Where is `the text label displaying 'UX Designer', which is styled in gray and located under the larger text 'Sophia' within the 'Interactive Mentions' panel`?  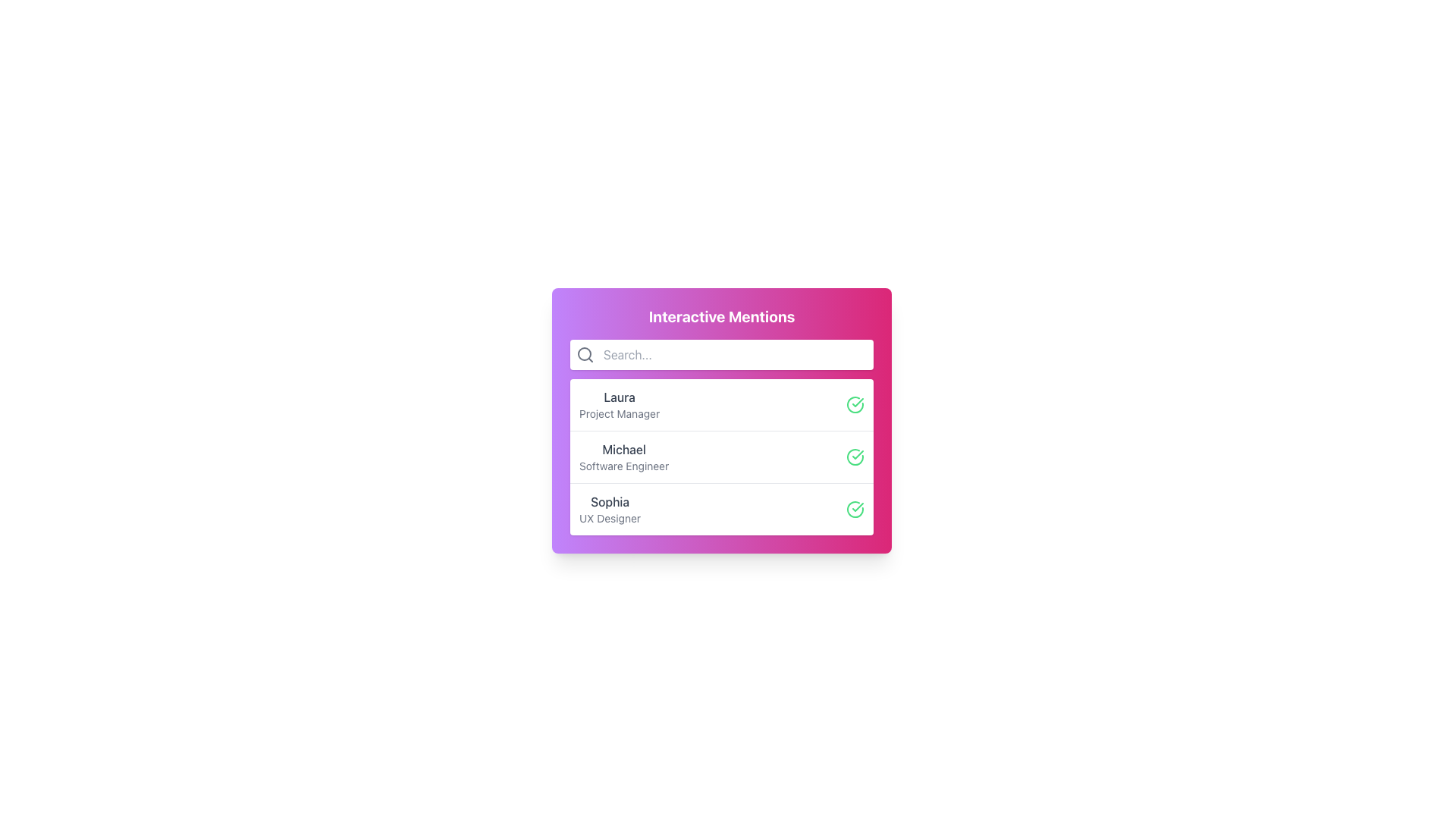
the text label displaying 'UX Designer', which is styled in gray and located under the larger text 'Sophia' within the 'Interactive Mentions' panel is located at coordinates (610, 517).